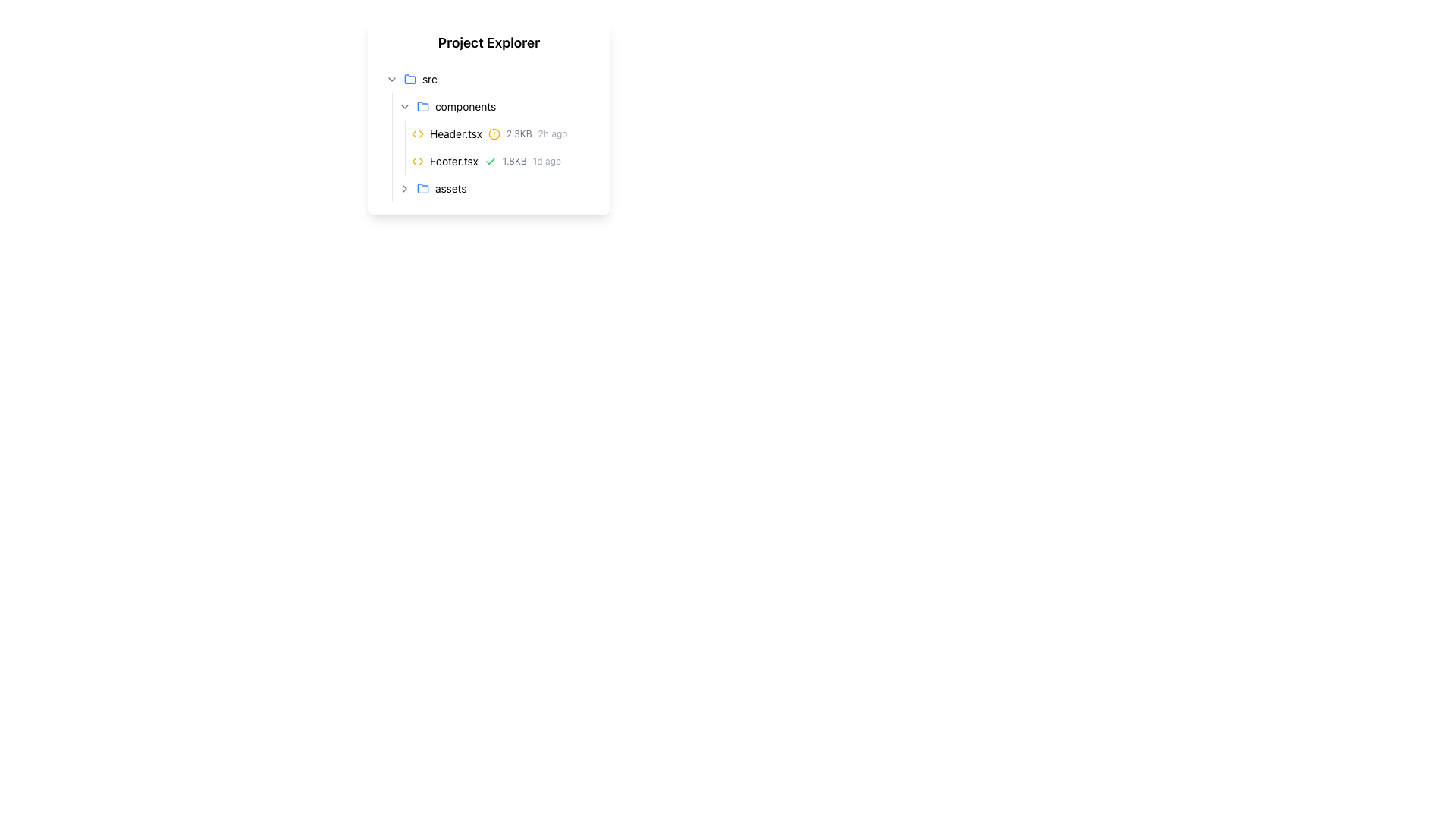 The width and height of the screenshot is (1456, 819). What do you see at coordinates (418, 161) in the screenshot?
I see `the Decorative icon styled as two opposing arrowheads ('<>') in bright yellow, located at the far left of the row for 'Footer.tsx'` at bounding box center [418, 161].